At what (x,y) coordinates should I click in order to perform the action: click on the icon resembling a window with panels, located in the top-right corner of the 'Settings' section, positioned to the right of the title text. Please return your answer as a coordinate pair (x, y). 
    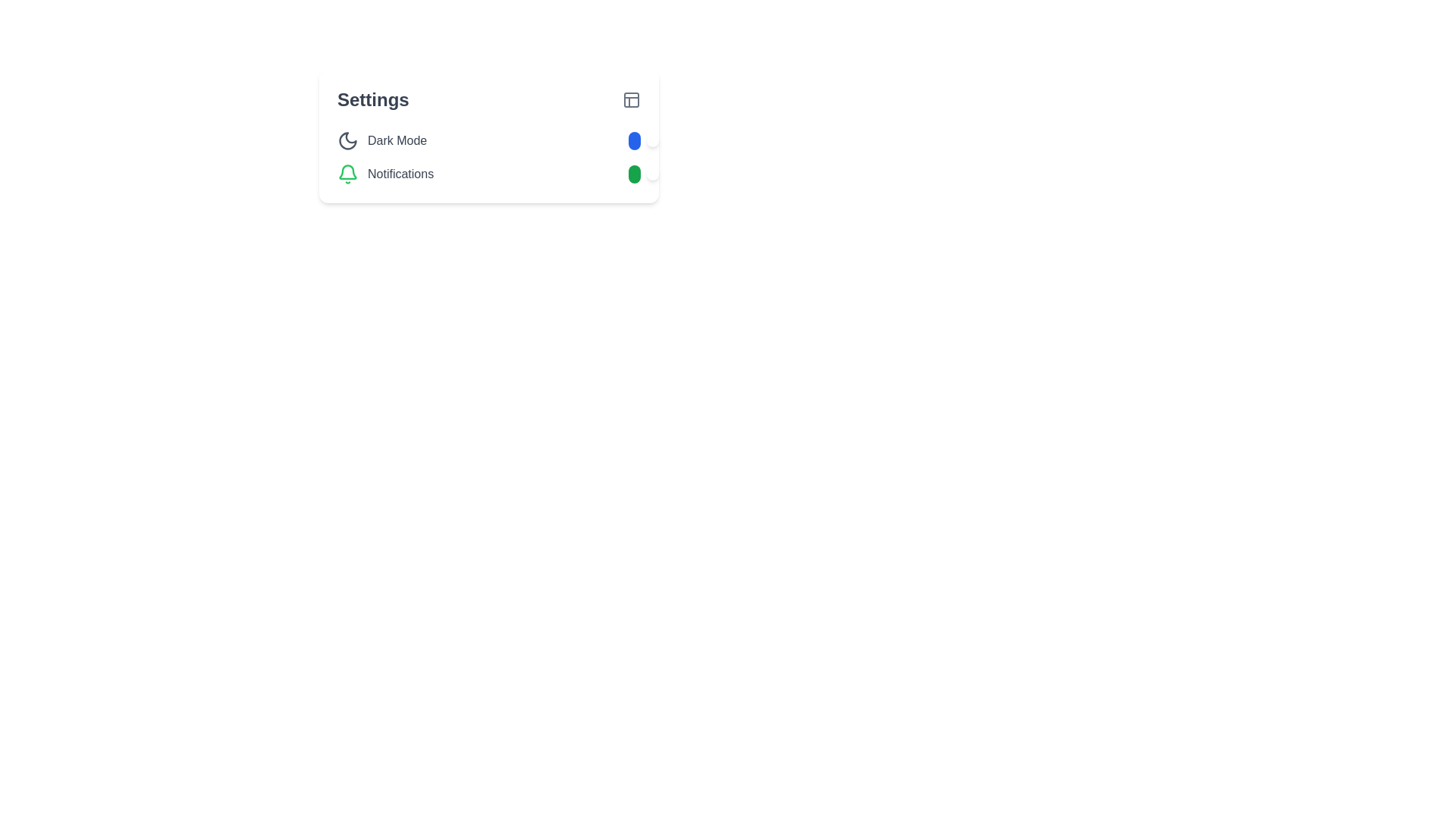
    Looking at the image, I should click on (632, 99).